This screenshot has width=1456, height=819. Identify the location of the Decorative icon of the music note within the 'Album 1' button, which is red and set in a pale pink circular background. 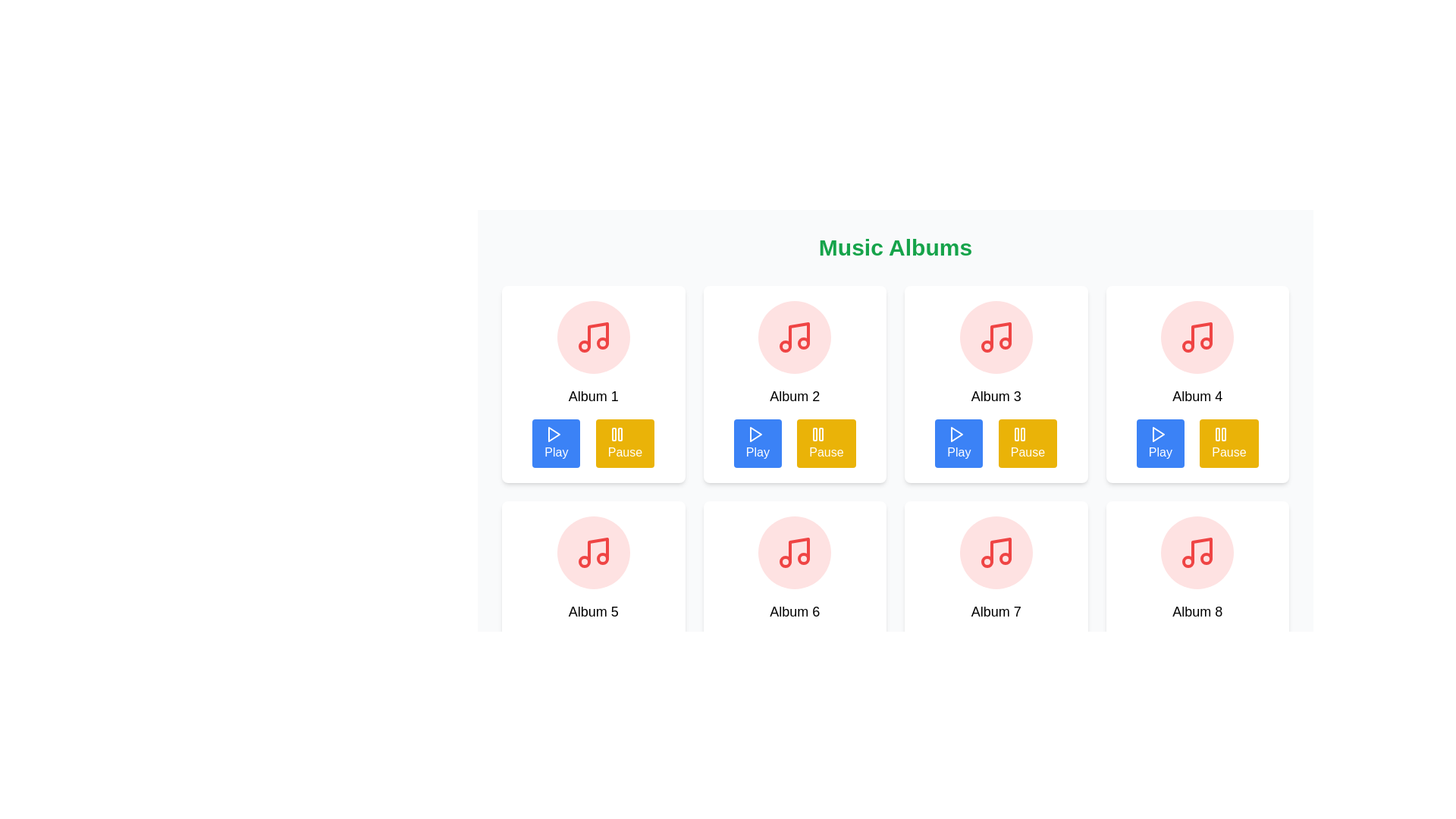
(597, 334).